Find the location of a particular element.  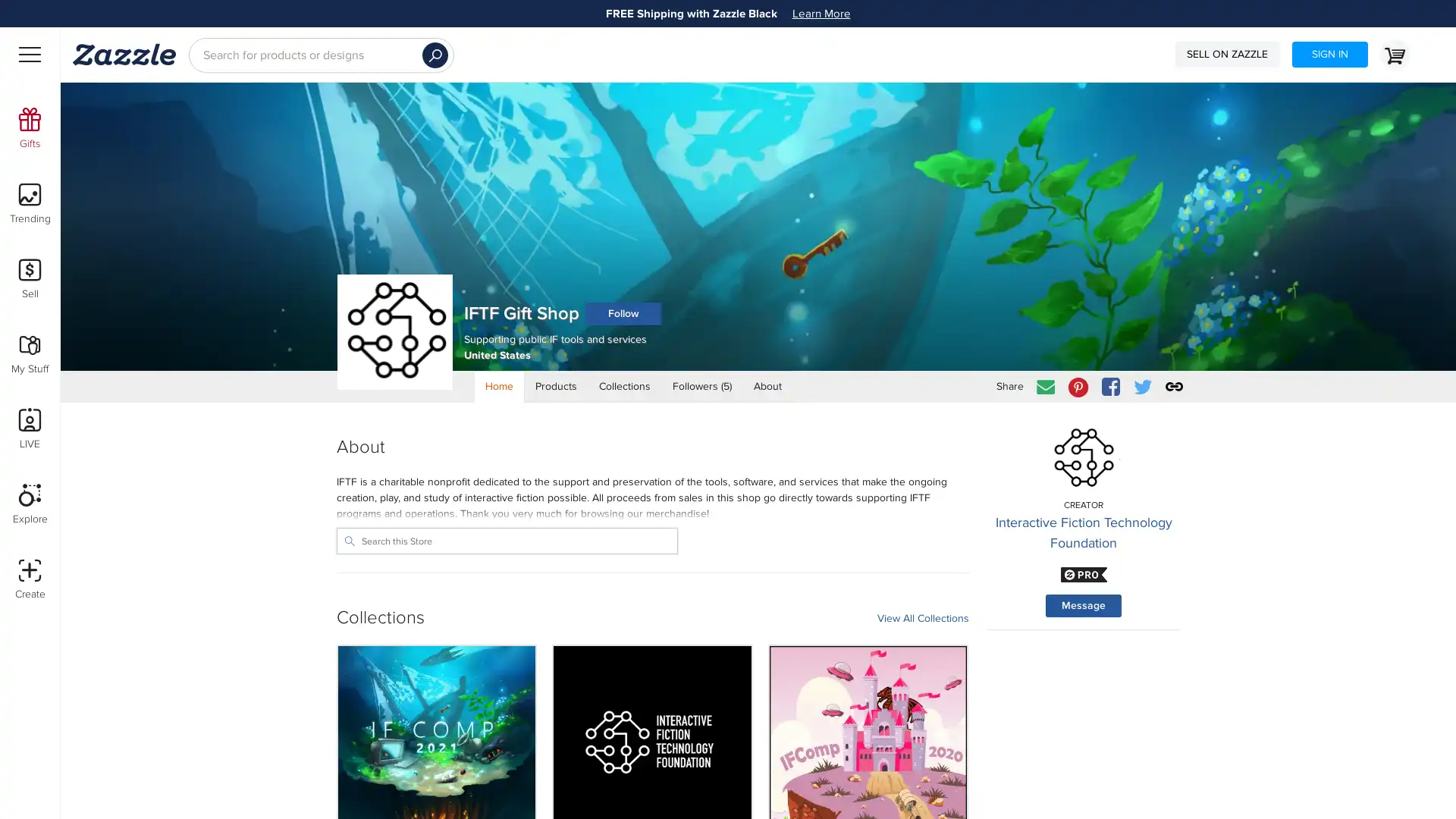

SIGN IN is located at coordinates (1329, 54).